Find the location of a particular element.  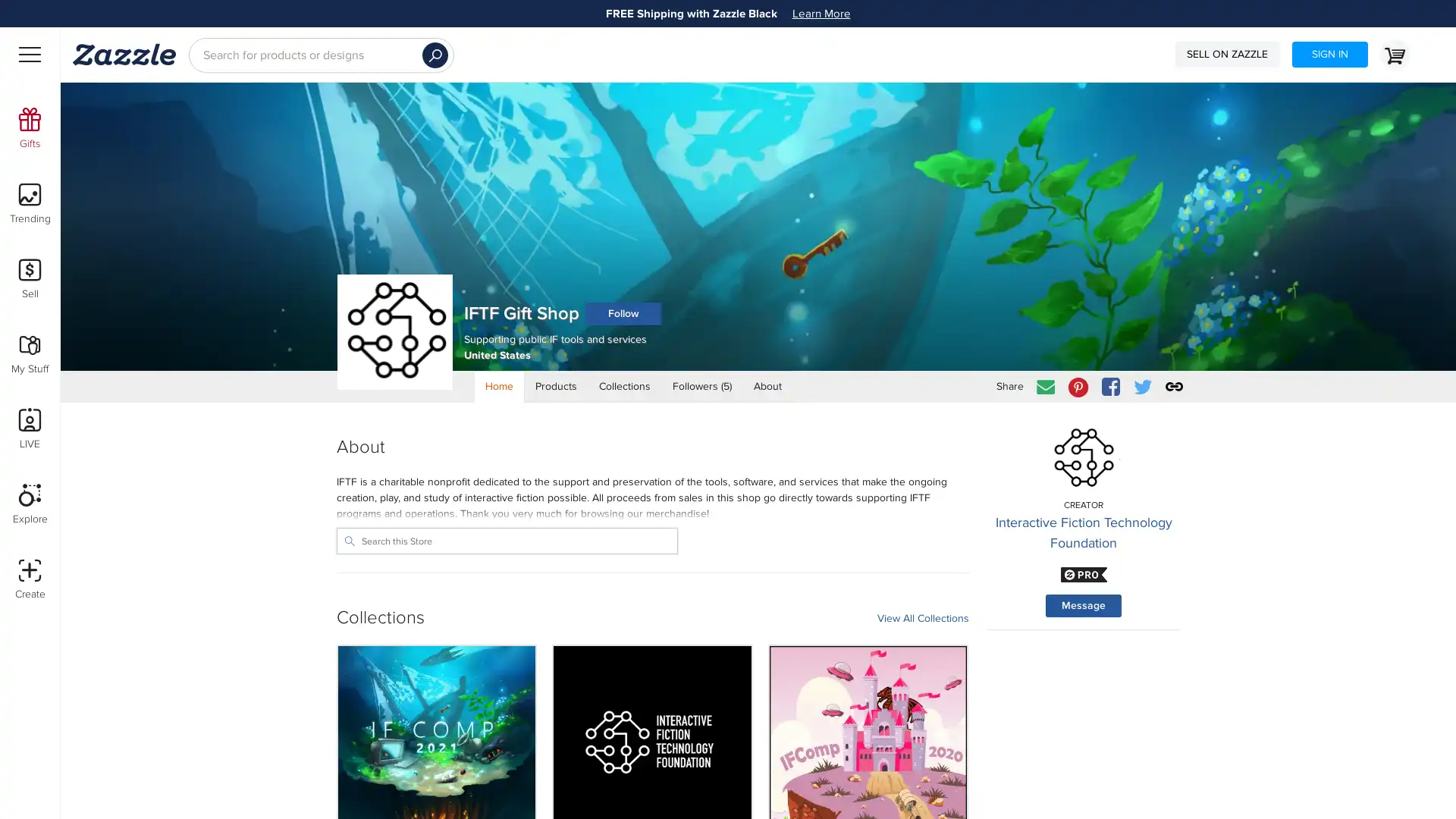

SIGN IN is located at coordinates (1329, 54).